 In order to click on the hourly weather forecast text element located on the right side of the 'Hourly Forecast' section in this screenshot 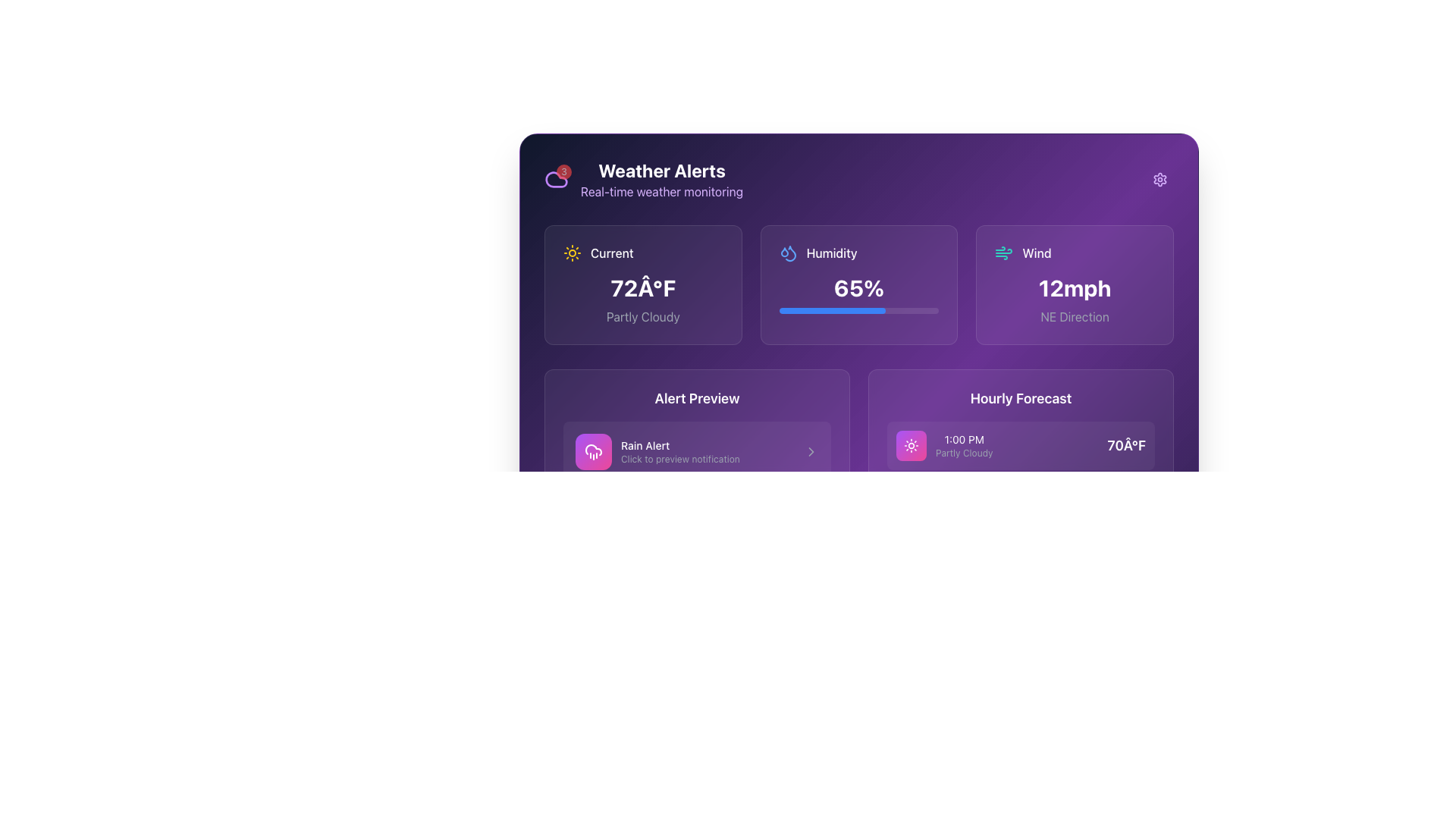, I will do `click(943, 444)`.